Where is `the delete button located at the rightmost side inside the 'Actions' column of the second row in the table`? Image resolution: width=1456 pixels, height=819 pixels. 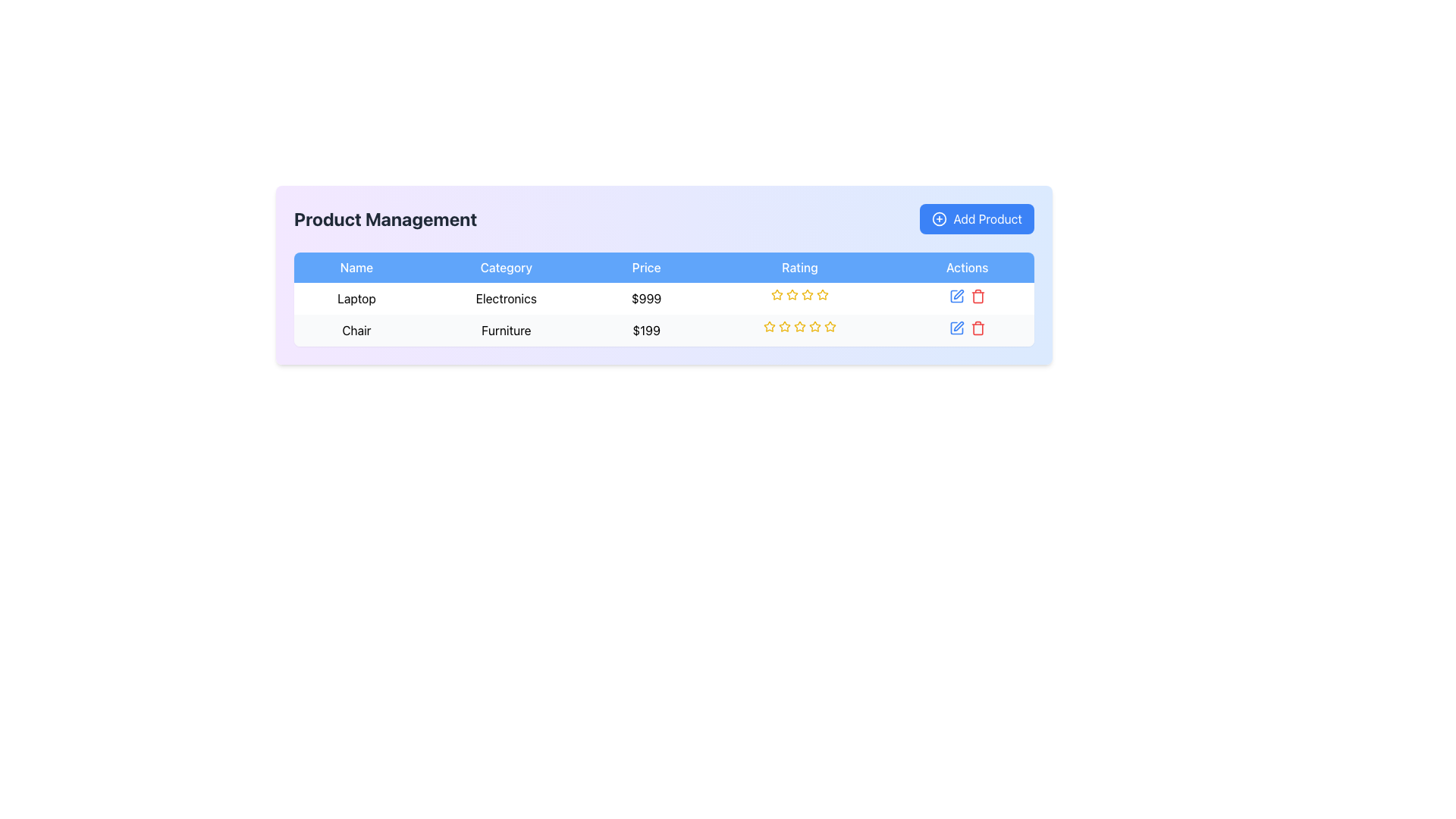
the delete button located at the rightmost side inside the 'Actions' column of the second row in the table is located at coordinates (977, 327).